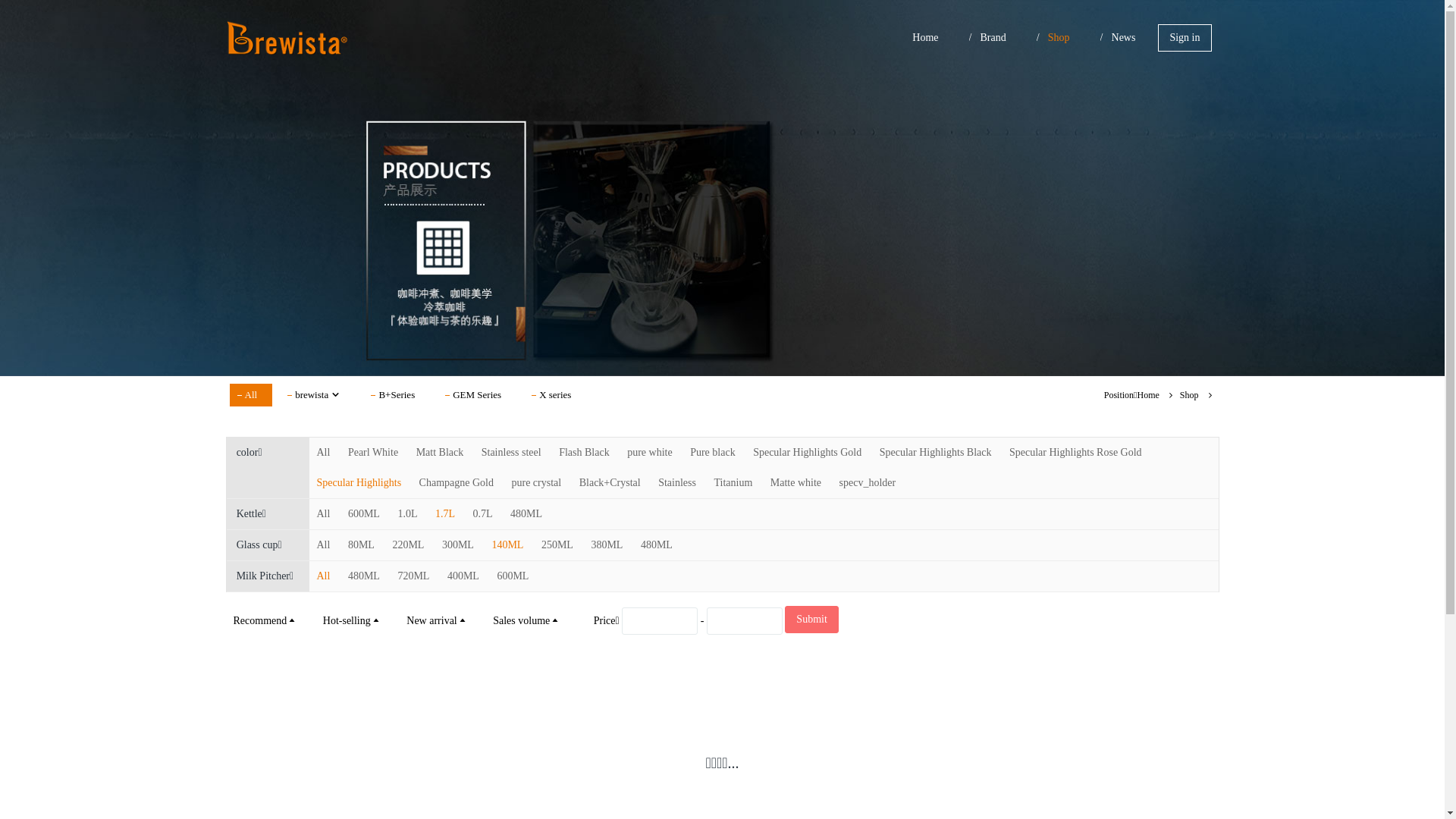 The width and height of the screenshot is (1456, 819). What do you see at coordinates (676, 482) in the screenshot?
I see `'Stainless'` at bounding box center [676, 482].